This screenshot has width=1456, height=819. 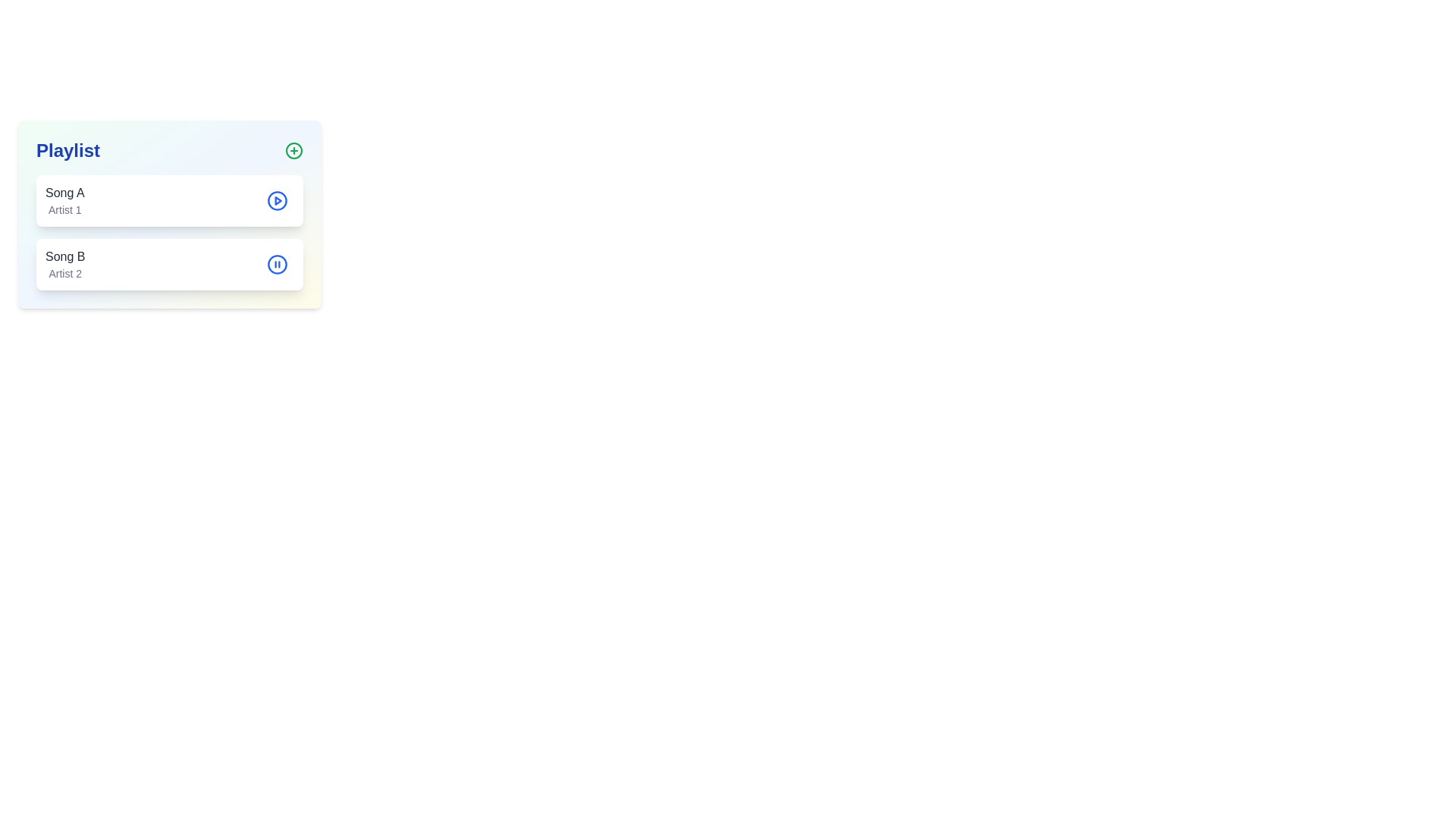 I want to click on the playback button located on the far right of the bottom card labelled 'Song B' in the playlist, so click(x=277, y=263).